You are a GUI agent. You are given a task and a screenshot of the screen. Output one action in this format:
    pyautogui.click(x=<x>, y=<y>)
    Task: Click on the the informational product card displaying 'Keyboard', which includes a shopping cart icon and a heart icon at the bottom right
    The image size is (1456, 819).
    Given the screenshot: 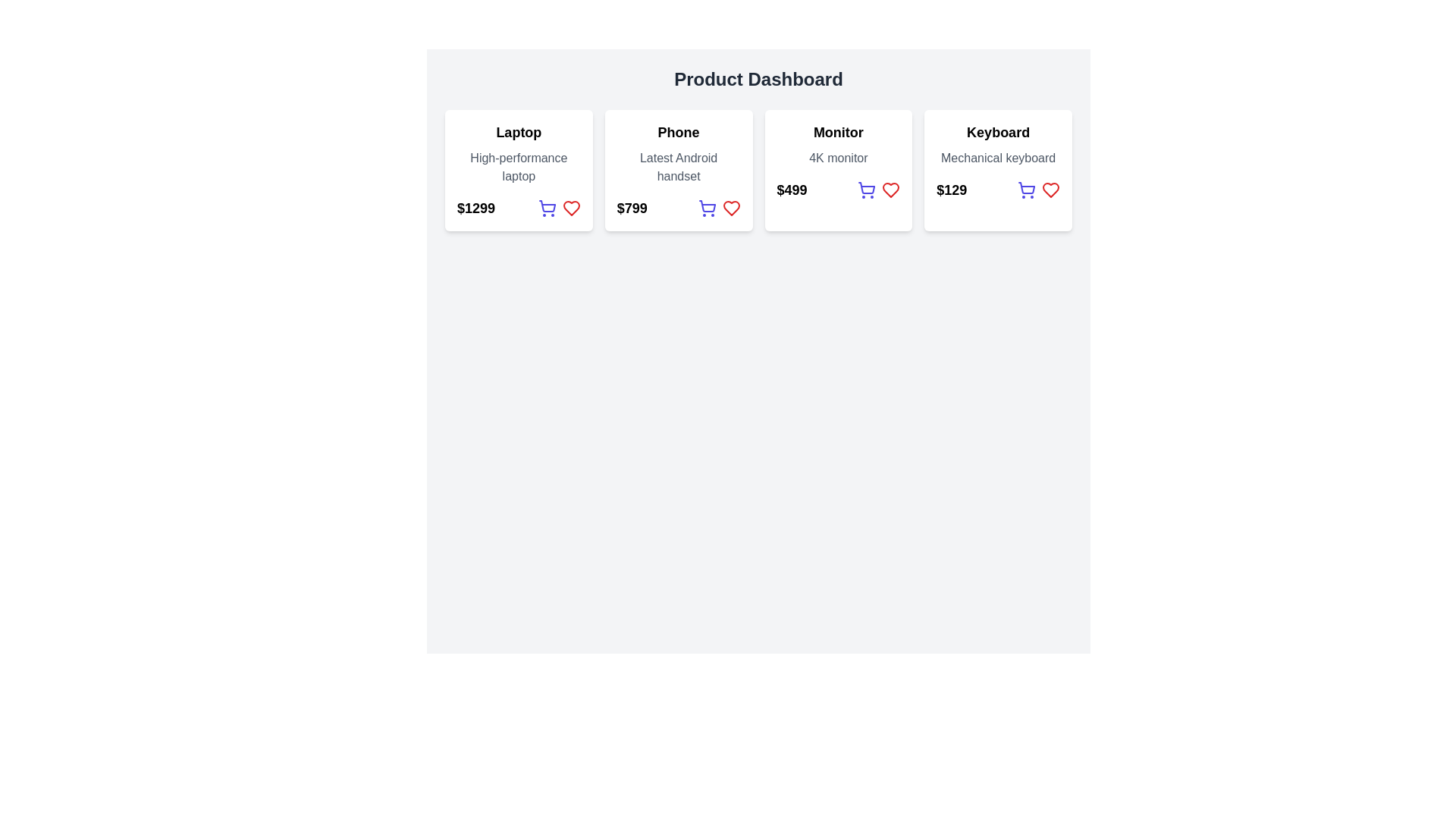 What is the action you would take?
    pyautogui.click(x=998, y=170)
    